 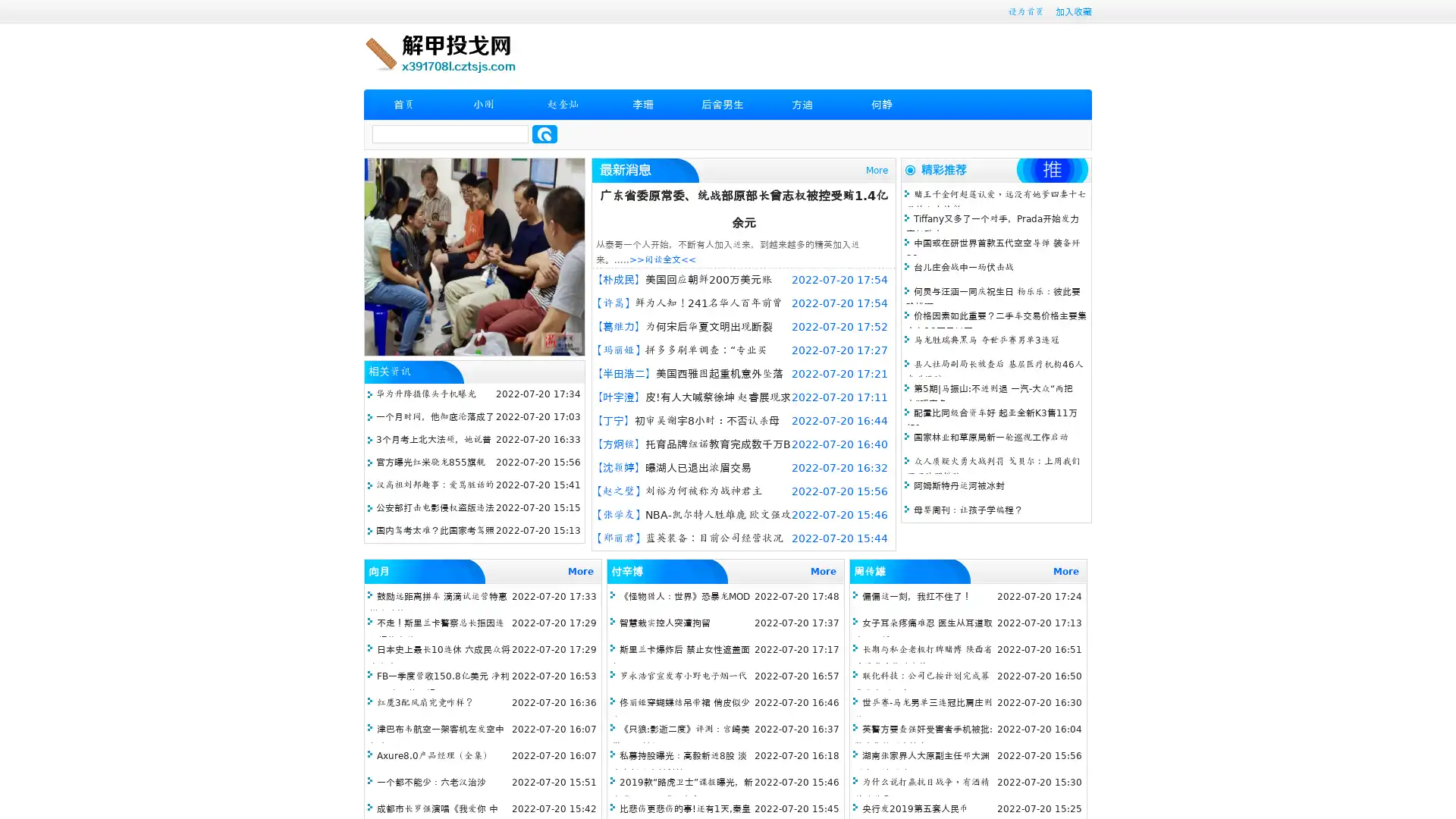 What do you see at coordinates (544, 133) in the screenshot?
I see `Search` at bounding box center [544, 133].